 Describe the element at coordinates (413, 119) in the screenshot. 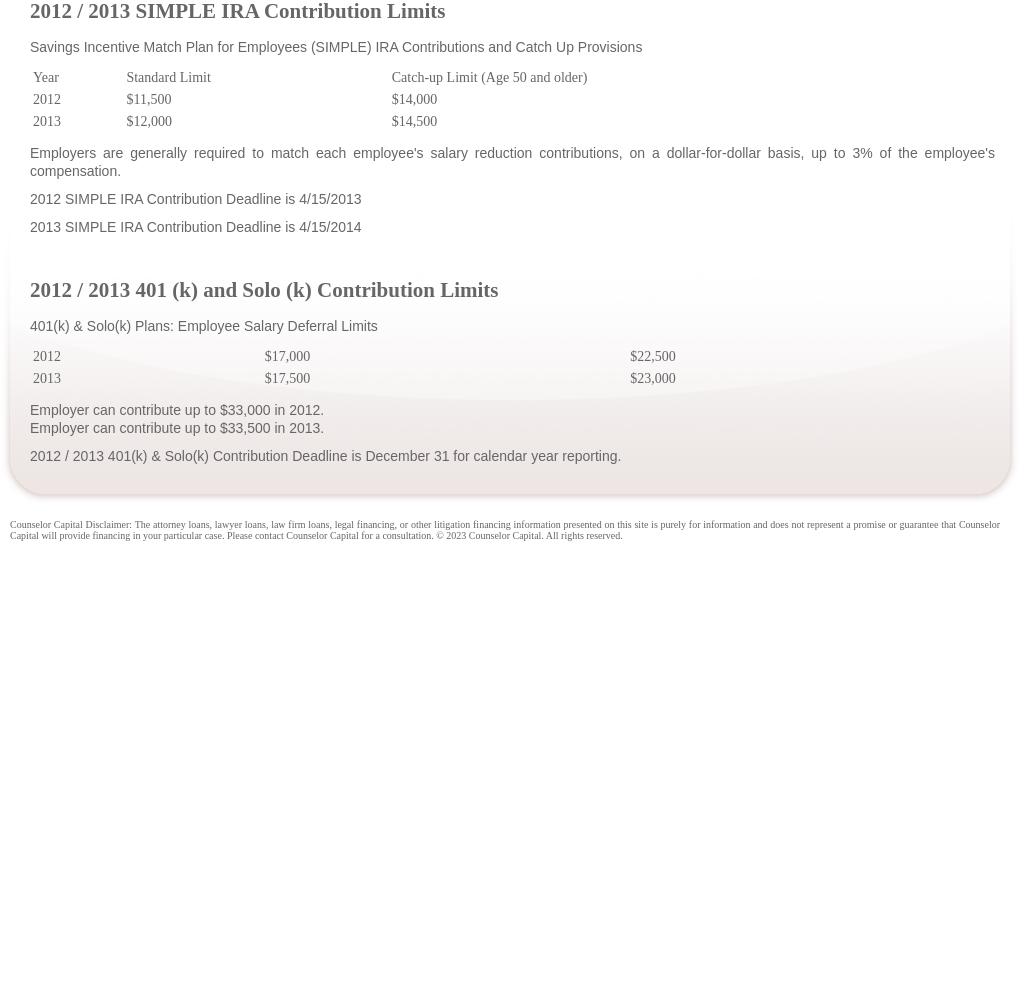

I see `'$14,500'` at that location.